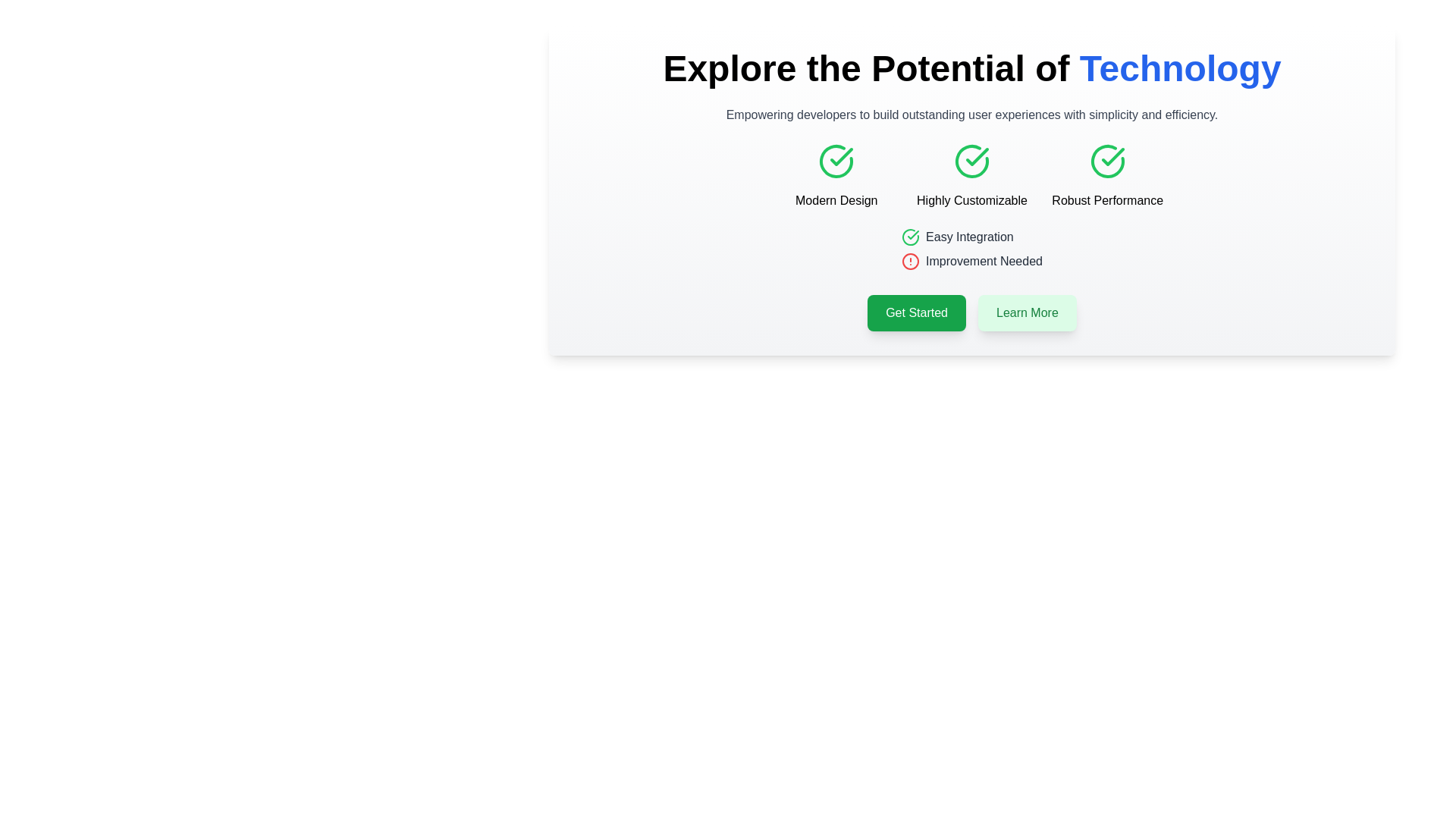  Describe the element at coordinates (836, 200) in the screenshot. I see `the text label that says 'Modern Design', which is located in the center-left section of the interface, below a green checkmark icon` at that location.